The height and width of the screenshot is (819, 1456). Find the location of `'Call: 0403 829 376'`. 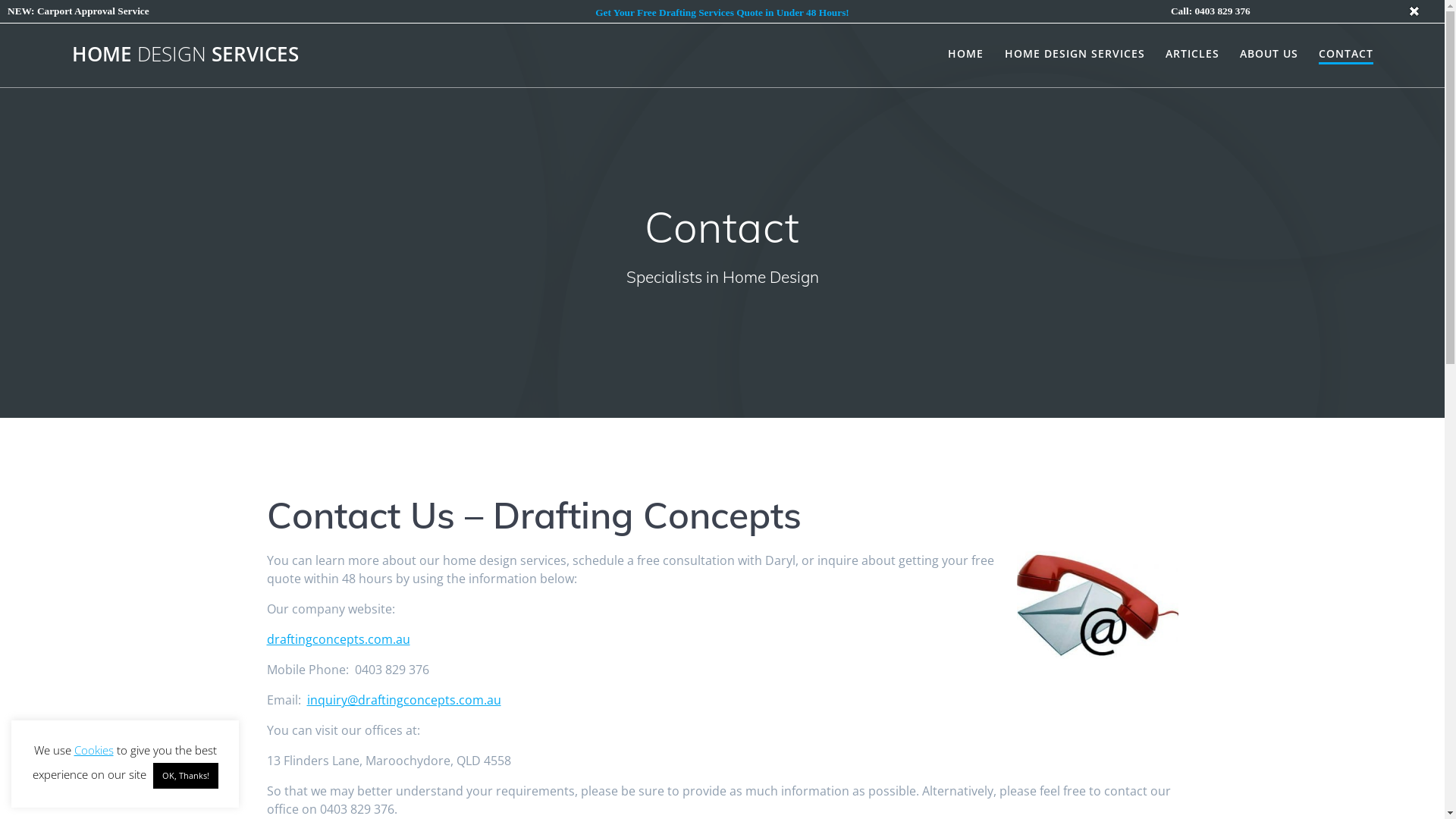

'Call: 0403 829 376' is located at coordinates (1210, 11).